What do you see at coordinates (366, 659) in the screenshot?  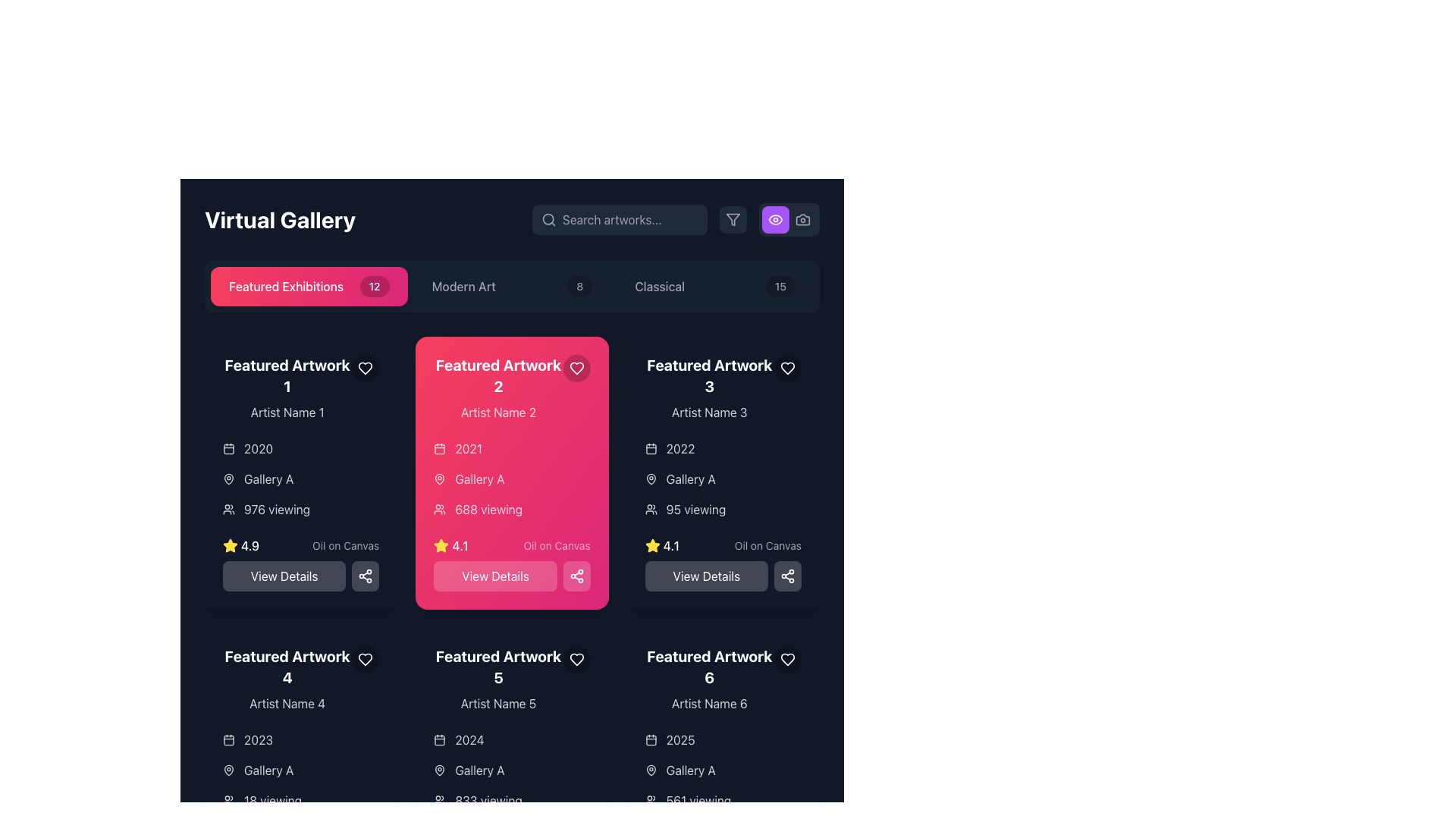 I see `the small white heart icon outlined with a black background in the top-right corner of the 'Featured Artwork 4' card` at bounding box center [366, 659].